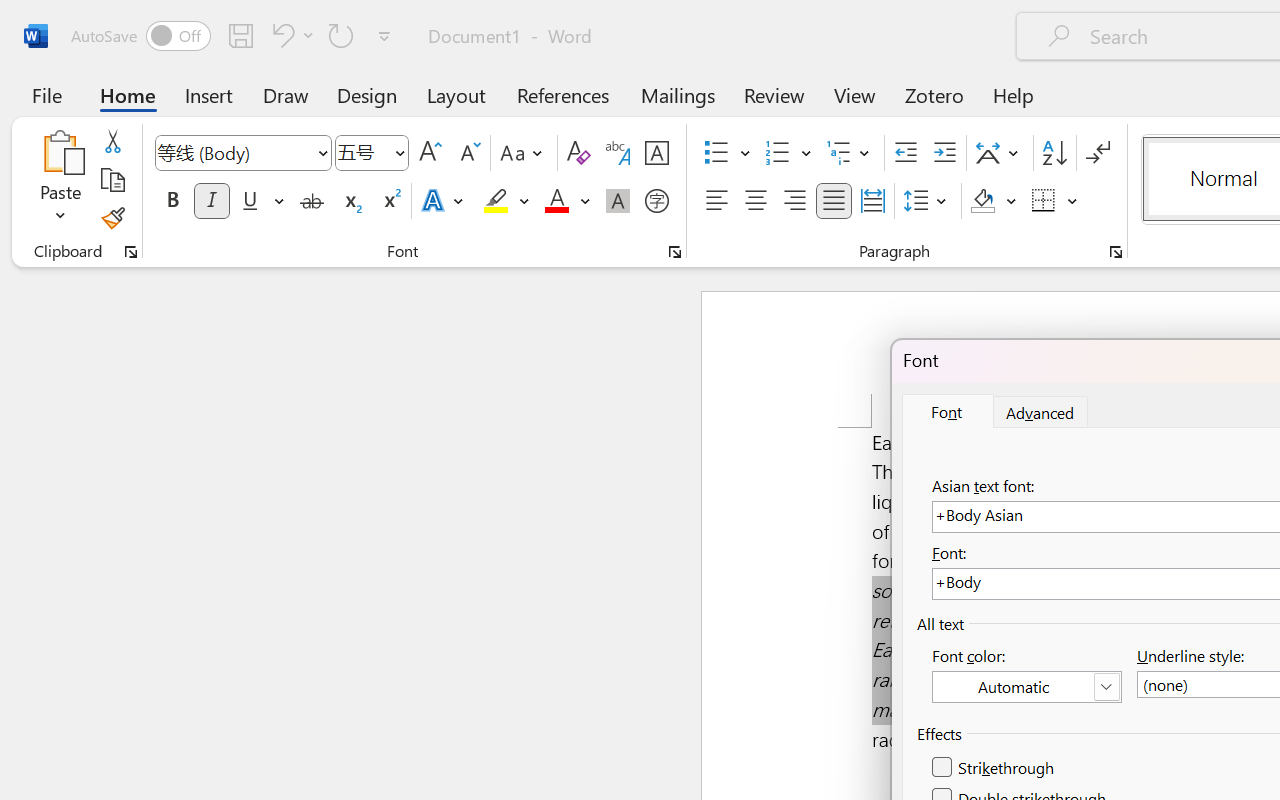 The image size is (1280, 800). What do you see at coordinates (617, 153) in the screenshot?
I see `'Phonetic Guide...'` at bounding box center [617, 153].